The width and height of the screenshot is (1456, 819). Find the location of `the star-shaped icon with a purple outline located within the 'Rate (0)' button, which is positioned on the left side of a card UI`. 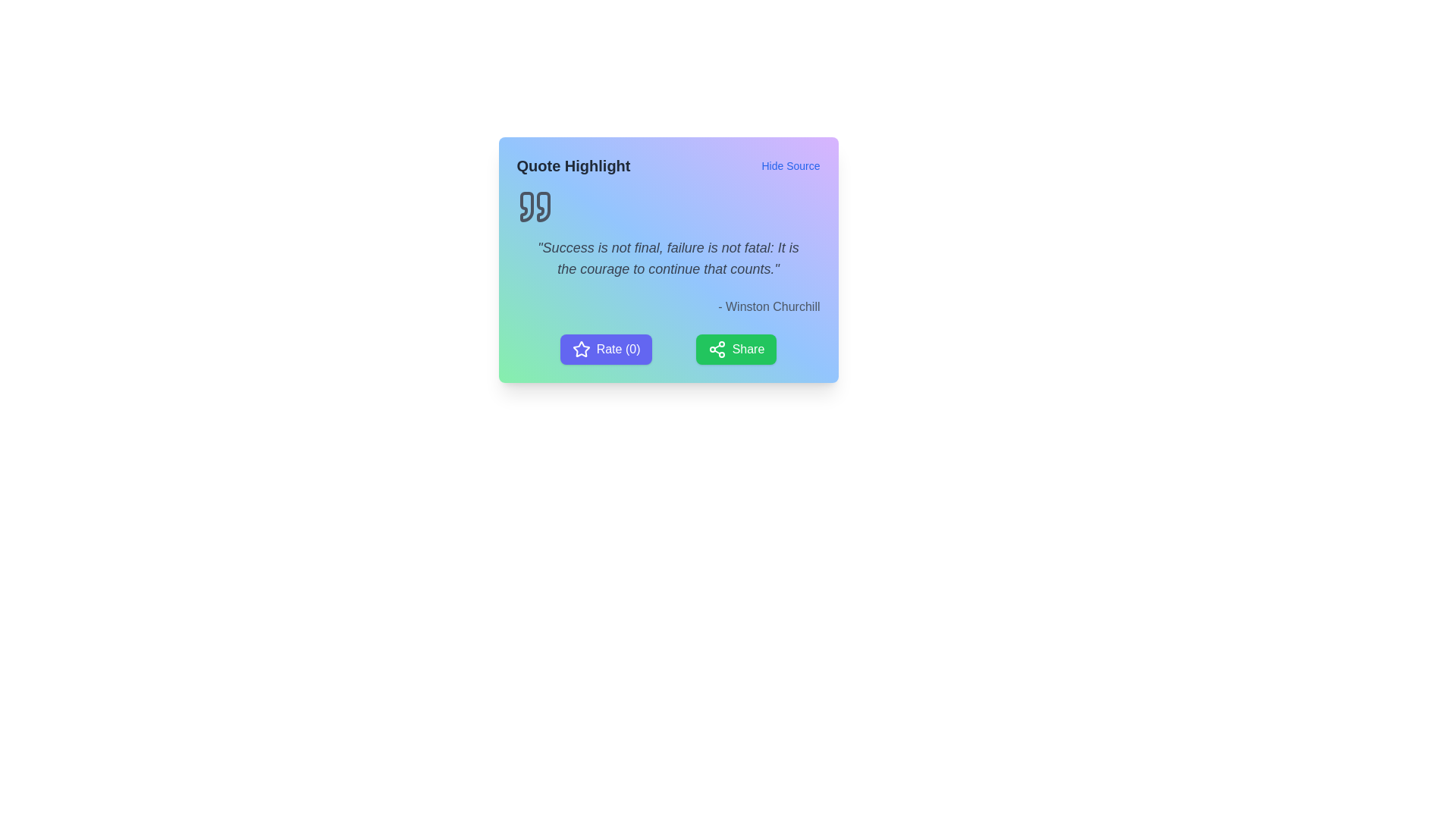

the star-shaped icon with a purple outline located within the 'Rate (0)' button, which is positioned on the left side of a card UI is located at coordinates (580, 349).